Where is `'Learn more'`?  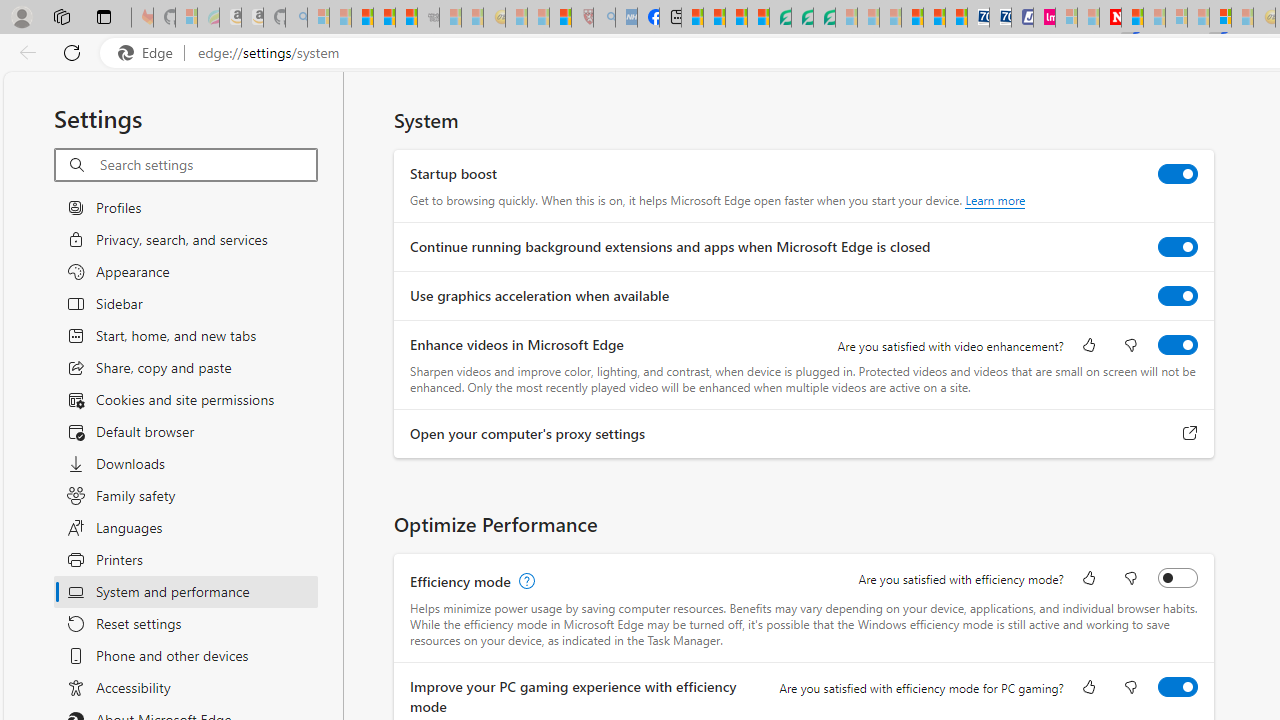 'Learn more' is located at coordinates (995, 200).